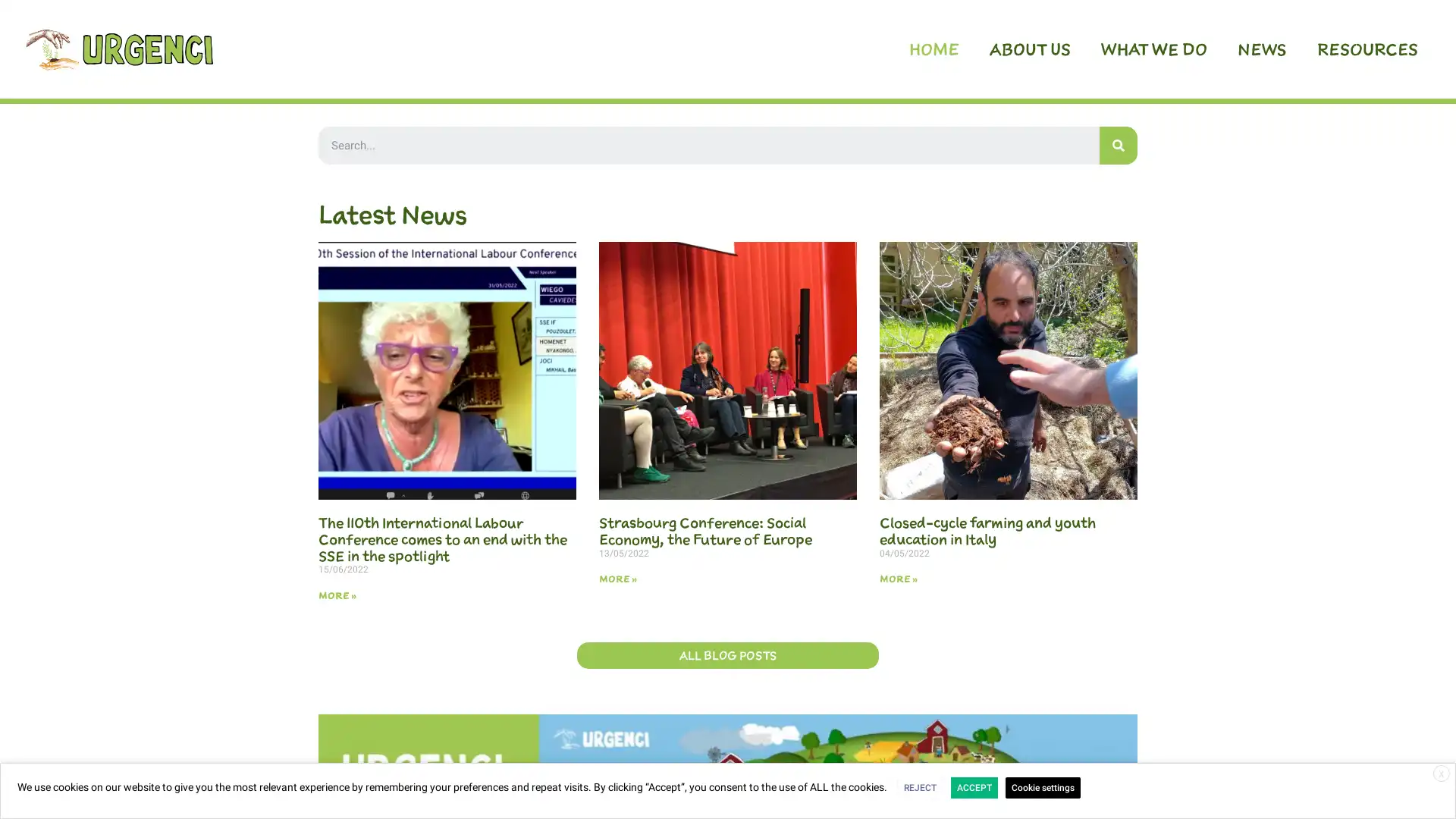 The width and height of the screenshot is (1456, 819). Describe the element at coordinates (728, 654) in the screenshot. I see `ALL BLOG POSTS` at that location.